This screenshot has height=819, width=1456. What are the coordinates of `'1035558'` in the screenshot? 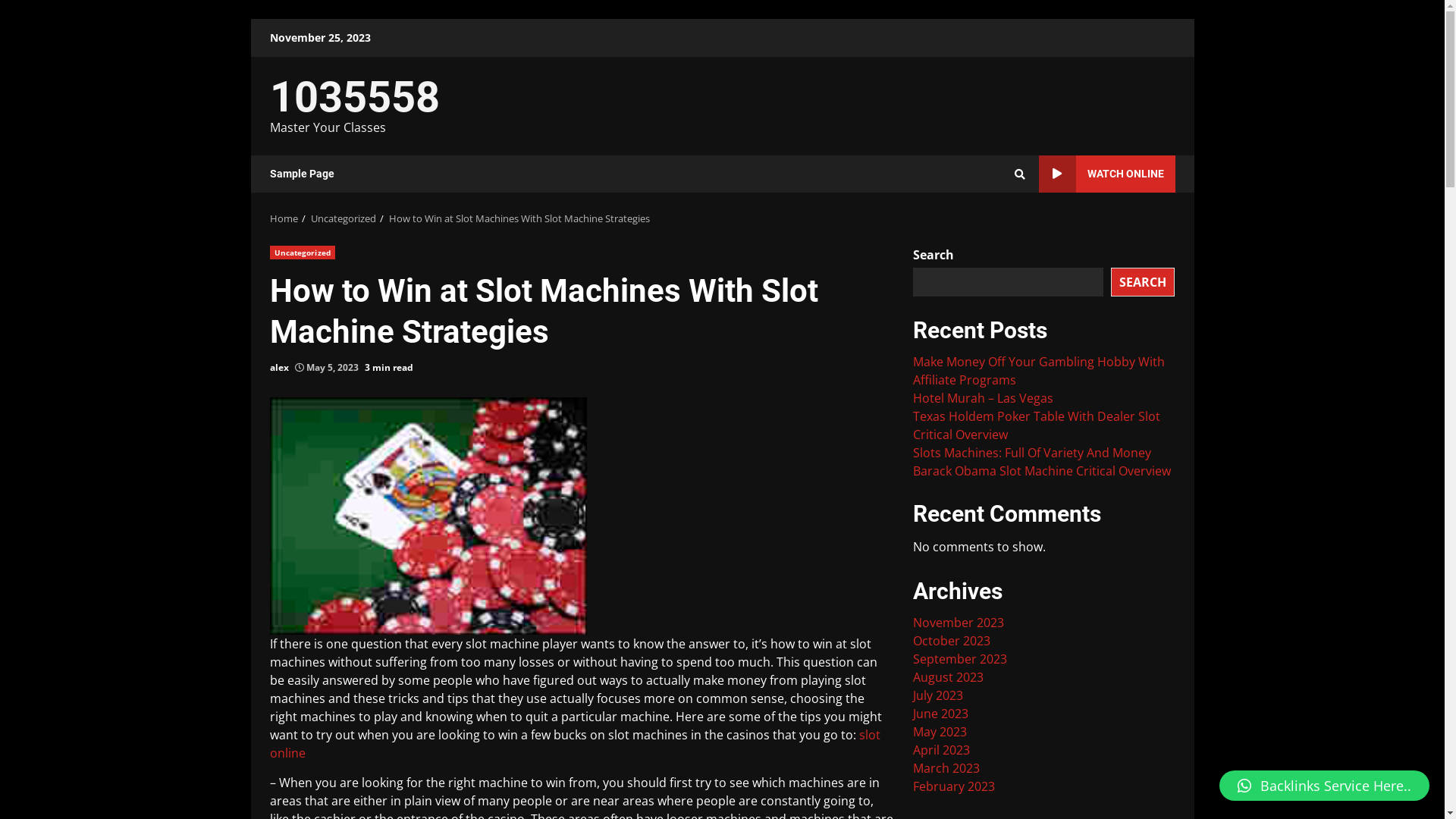 It's located at (353, 96).